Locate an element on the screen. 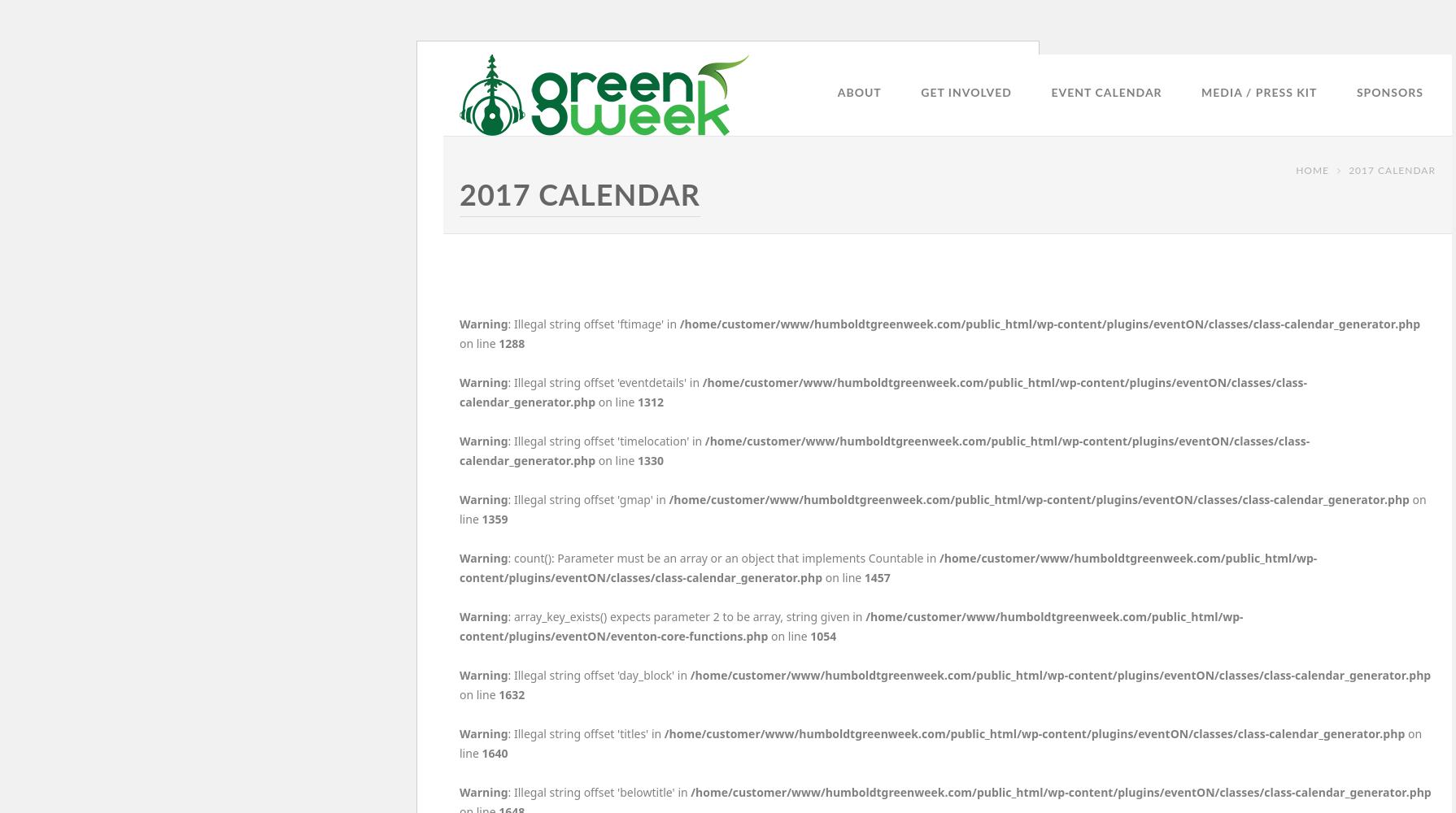 Image resolution: width=1456 pixels, height=813 pixels. '1632' is located at coordinates (511, 693).